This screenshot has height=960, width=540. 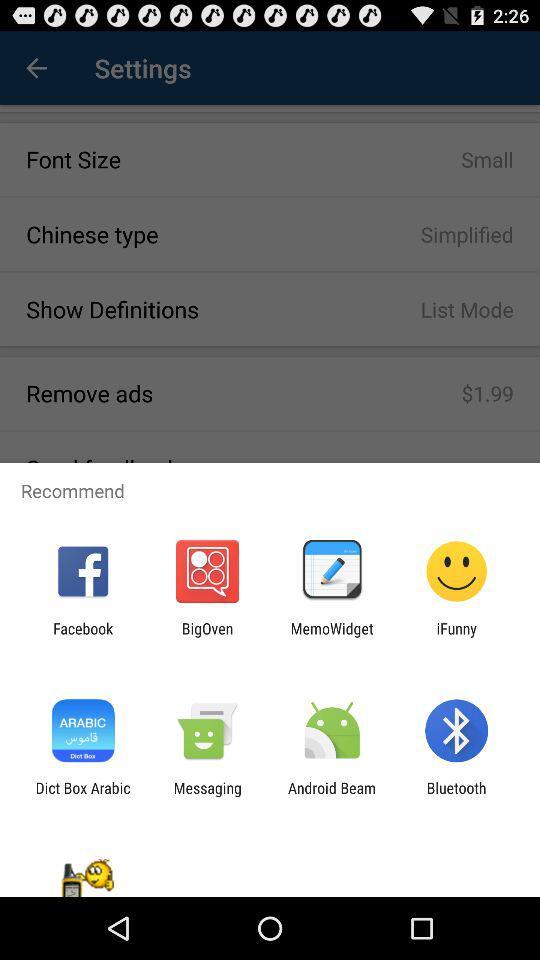 I want to click on the app next to messaging, so click(x=332, y=796).